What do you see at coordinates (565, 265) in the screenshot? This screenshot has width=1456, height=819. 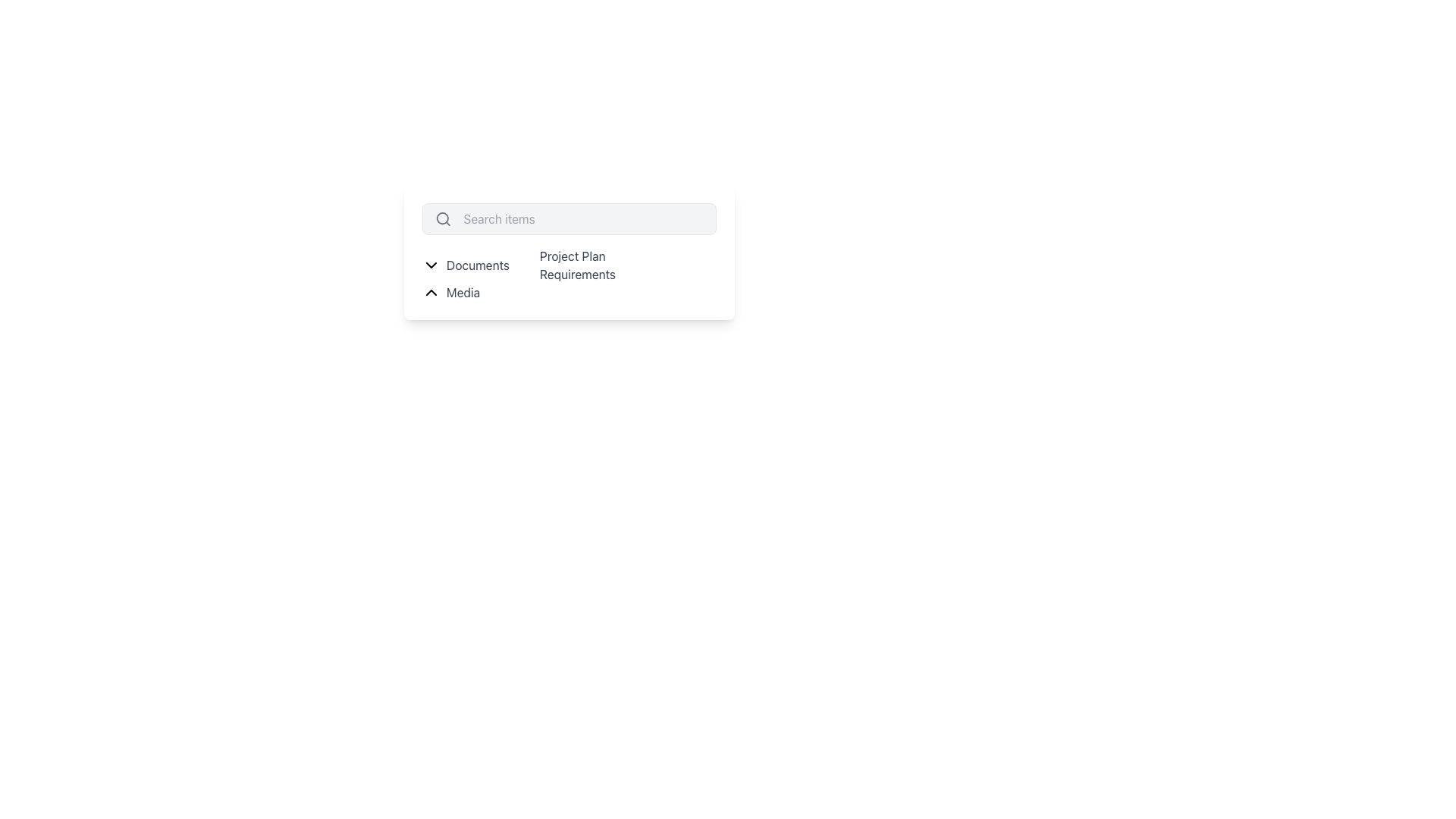 I see `the Text block element that displays 'Project Plan' and 'Requirements' in gray color, located in the middle of the navigation panel under the 'Documents' section` at bounding box center [565, 265].